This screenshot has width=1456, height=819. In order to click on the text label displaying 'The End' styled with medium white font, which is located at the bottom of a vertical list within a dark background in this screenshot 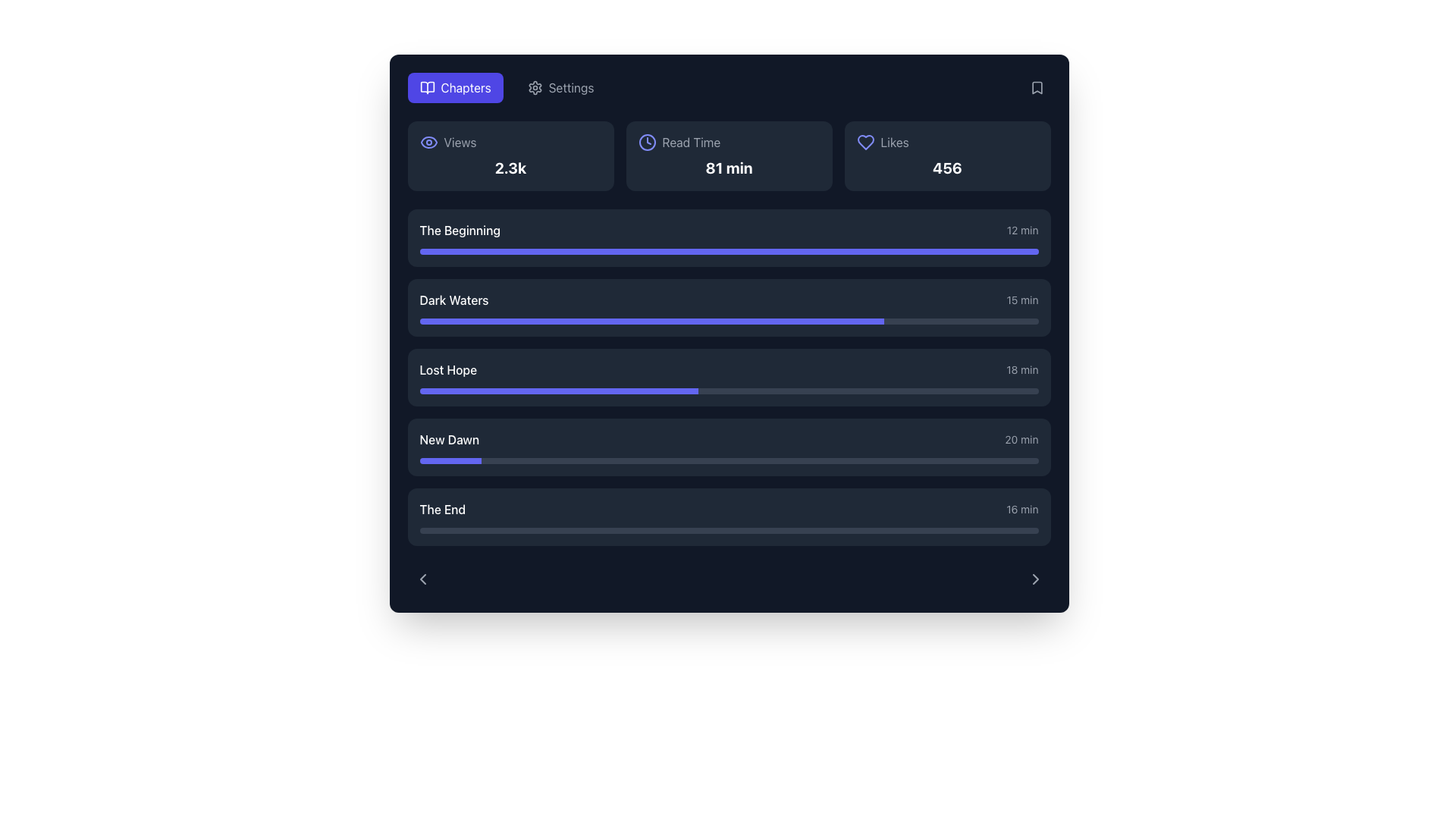, I will do `click(441, 509)`.